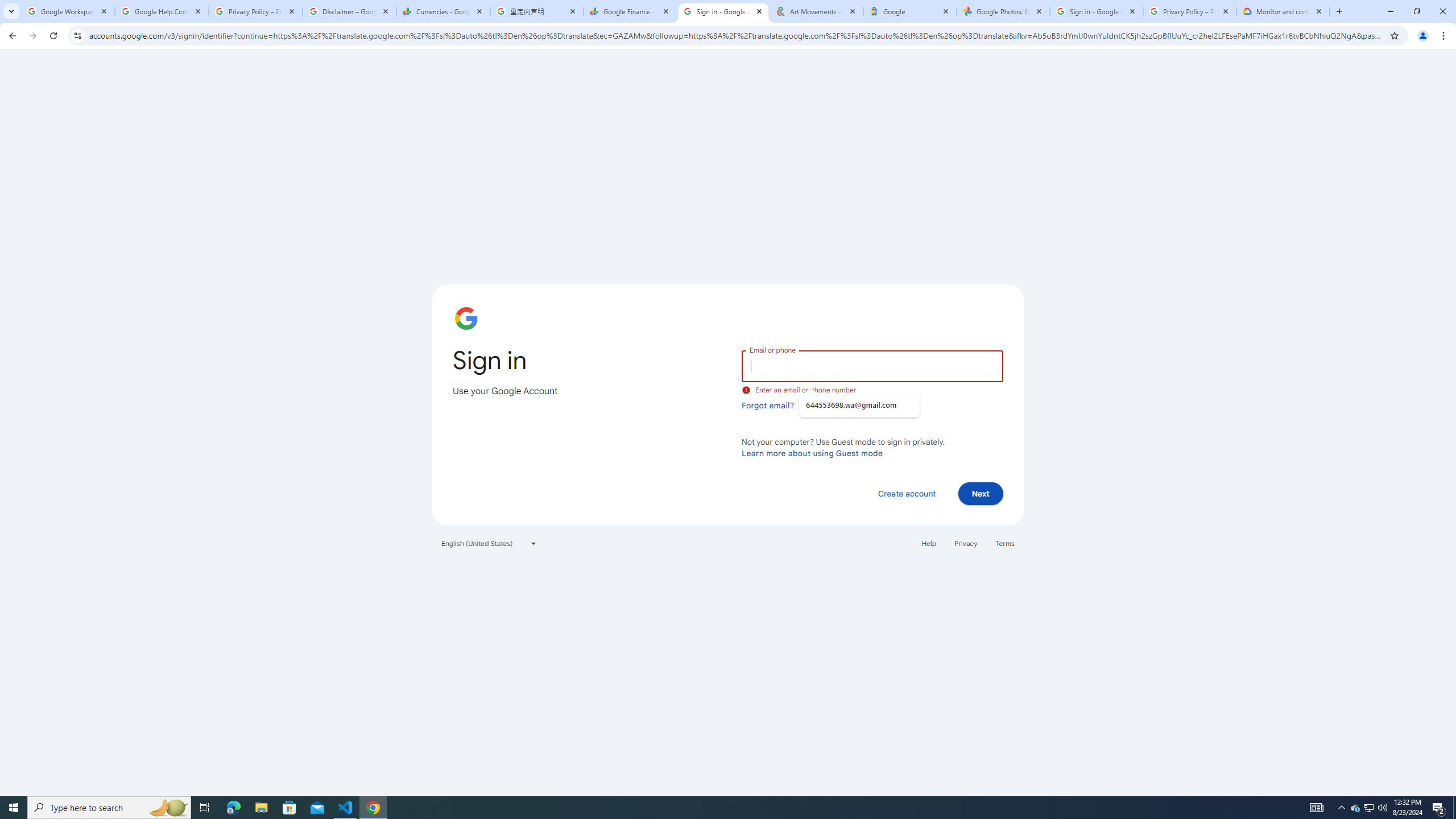  Describe the element at coordinates (767, 405) in the screenshot. I see `'Forgot email?'` at that location.